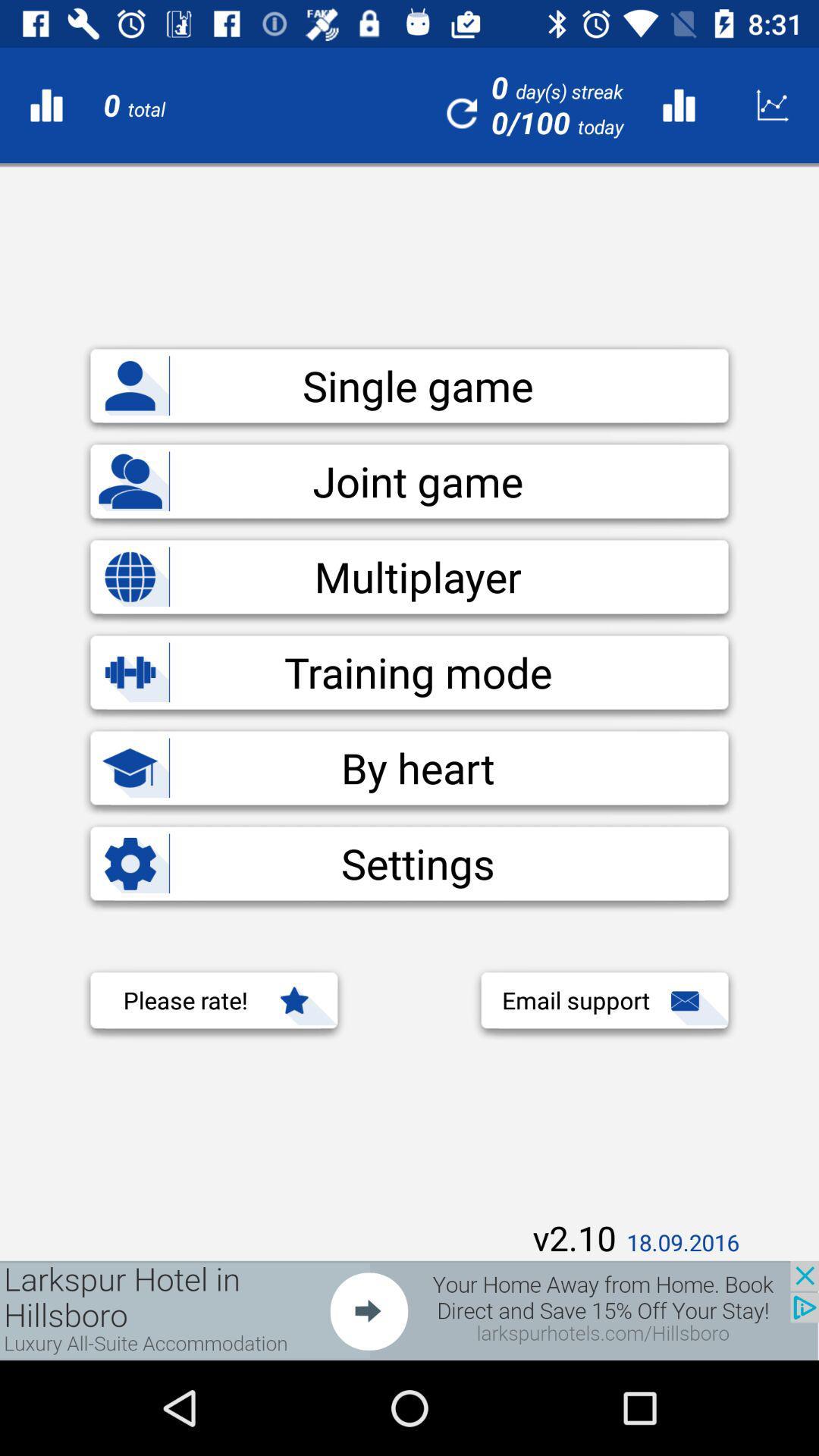 Image resolution: width=819 pixels, height=1456 pixels. Describe the element at coordinates (409, 1310) in the screenshot. I see `the adversitement` at that location.